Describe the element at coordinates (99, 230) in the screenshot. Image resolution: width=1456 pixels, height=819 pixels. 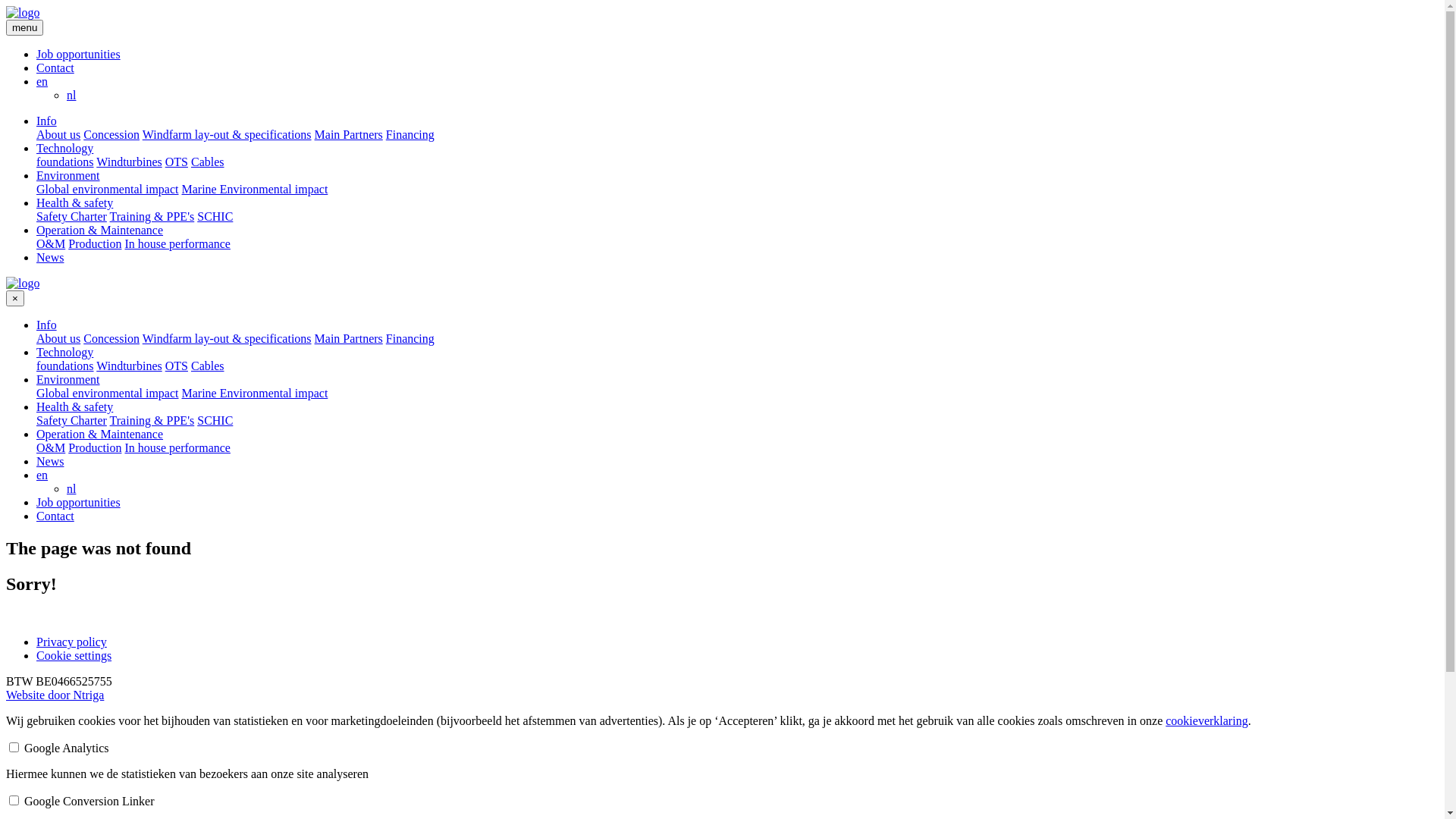
I see `'Operation & Maintenance'` at that location.